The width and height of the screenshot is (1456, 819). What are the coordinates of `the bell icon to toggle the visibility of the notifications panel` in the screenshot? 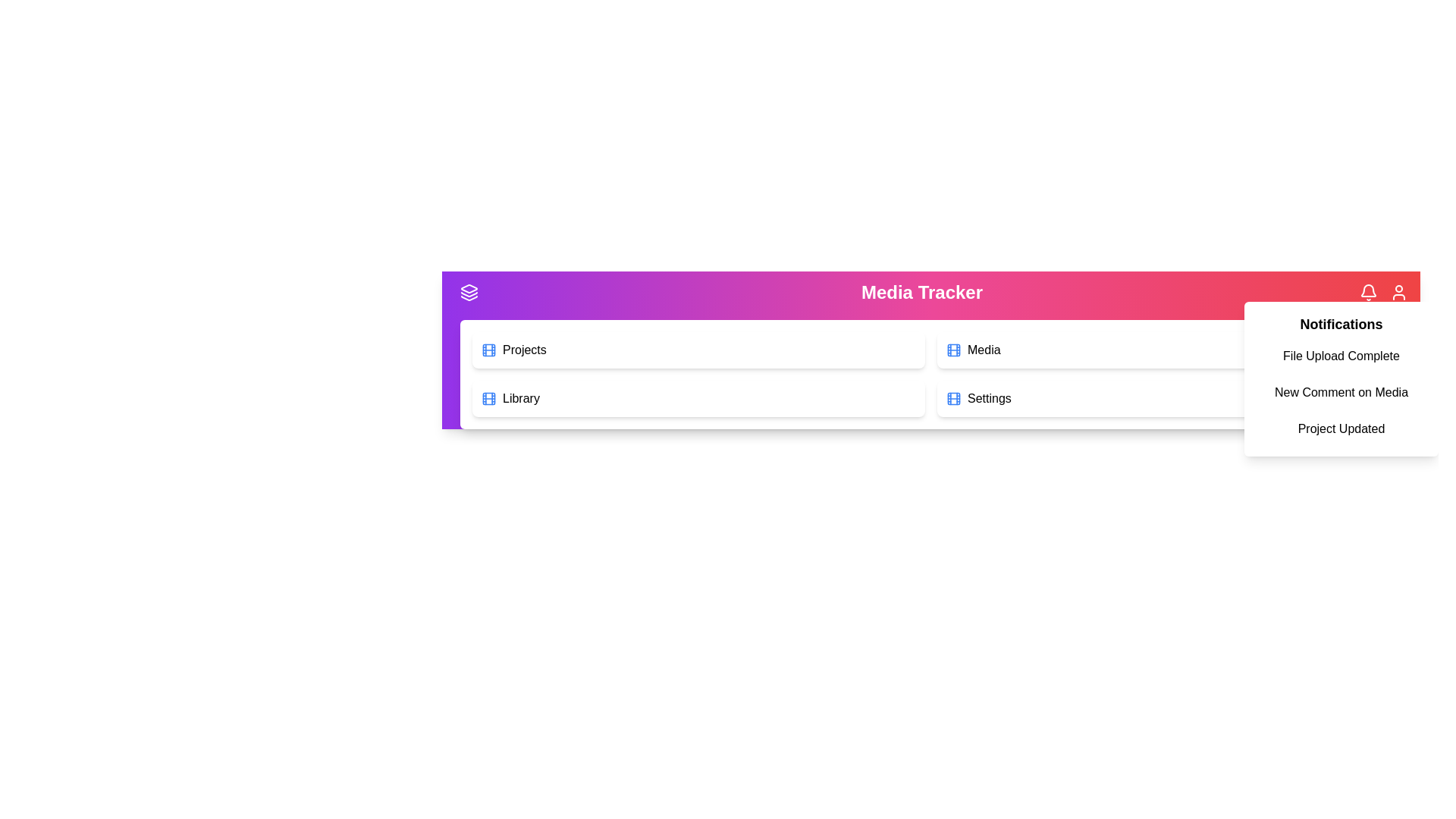 It's located at (1368, 292).